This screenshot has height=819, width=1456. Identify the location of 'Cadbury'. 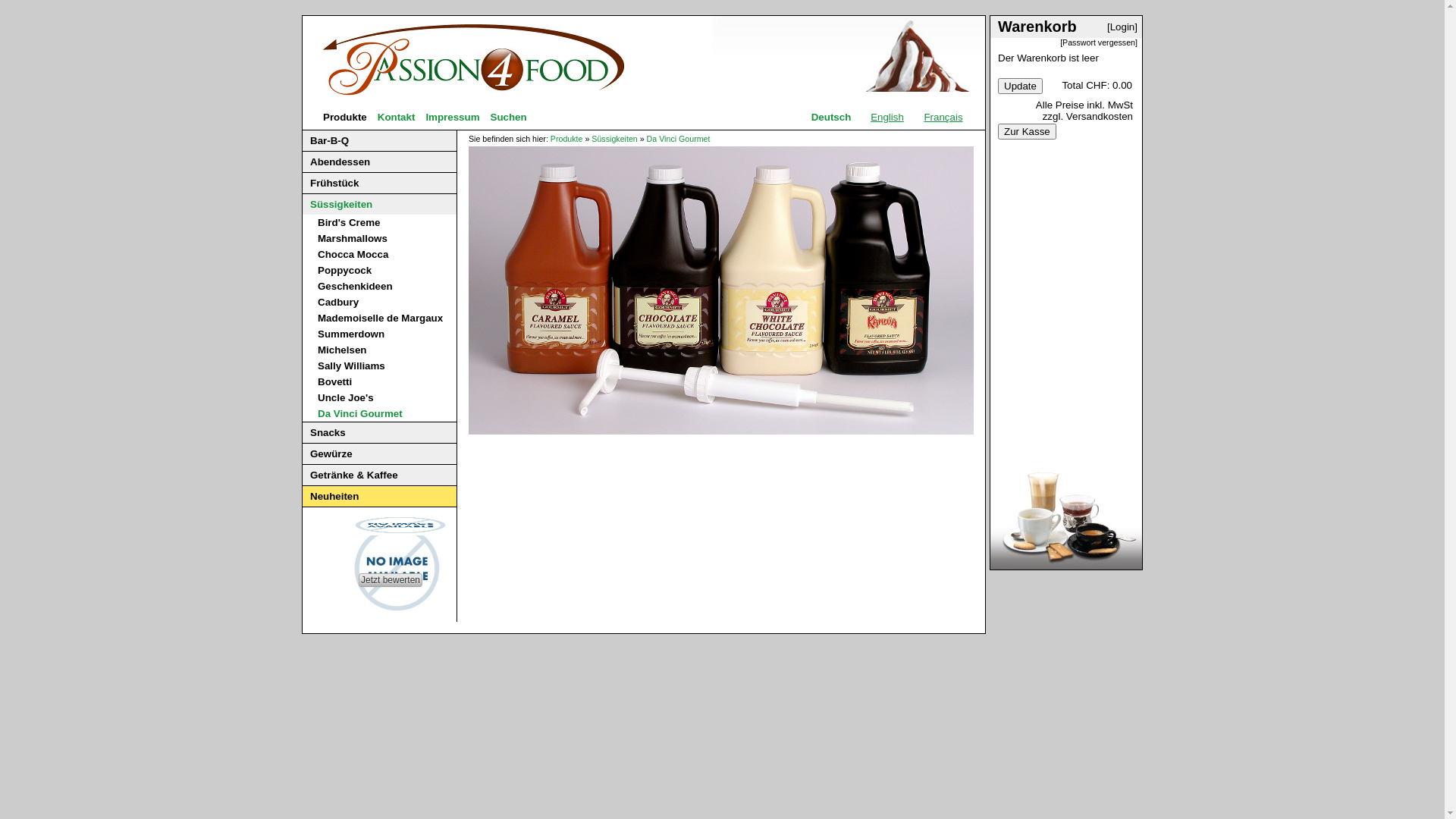
(316, 302).